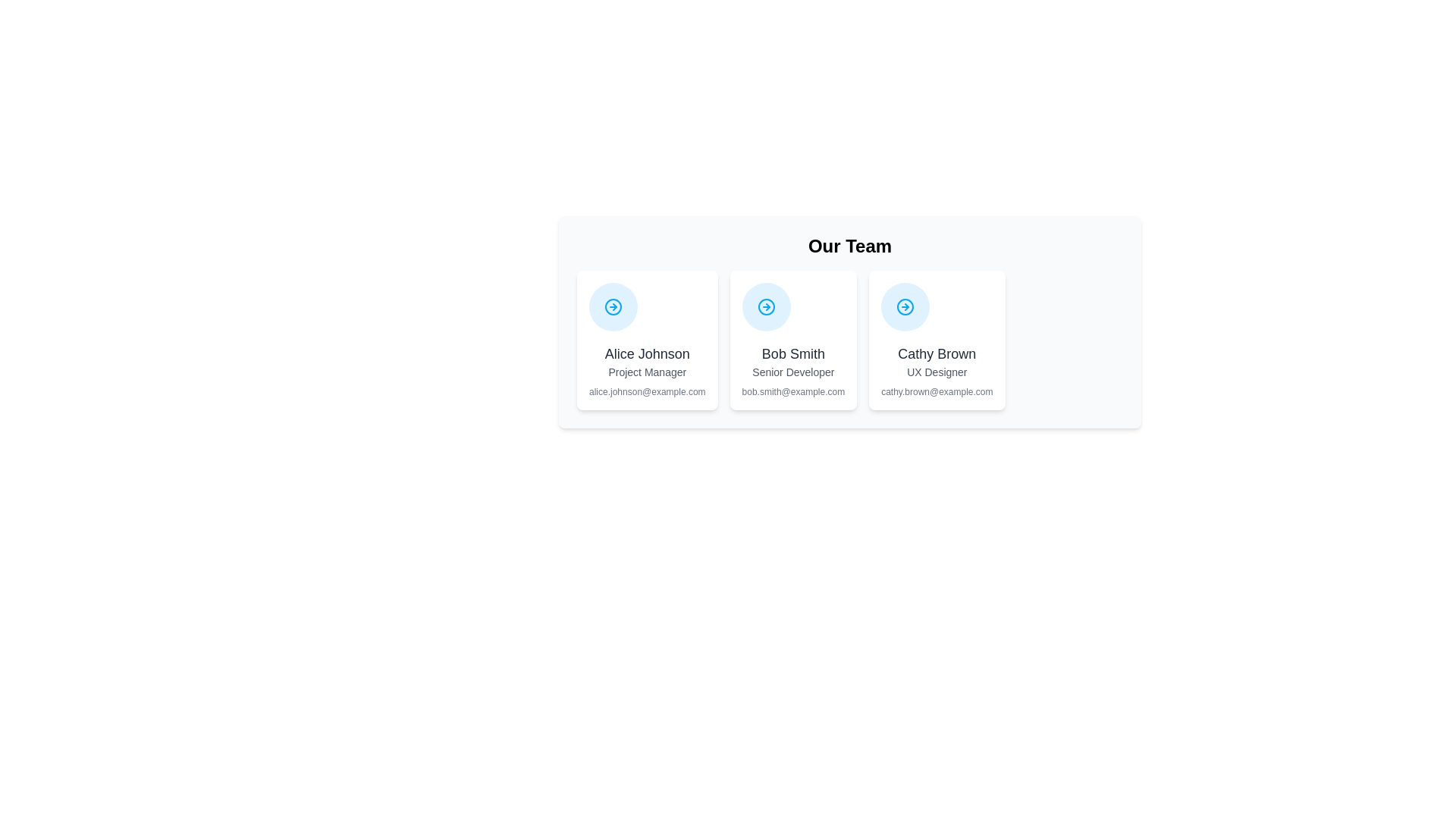  I want to click on the Icon button located at the top-center part of the card representing 'Cathy Brown', so click(905, 307).